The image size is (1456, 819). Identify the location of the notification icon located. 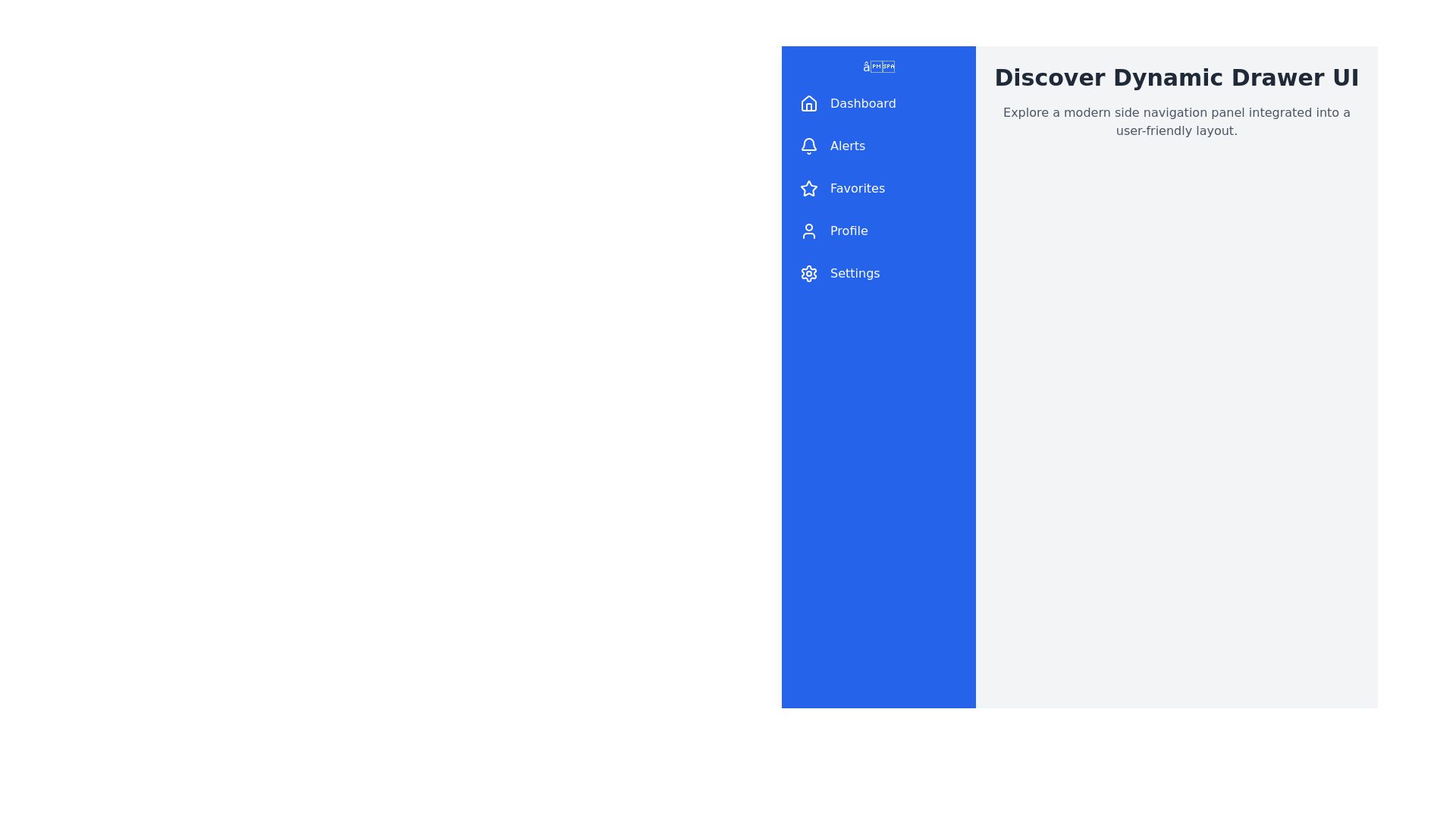
(808, 144).